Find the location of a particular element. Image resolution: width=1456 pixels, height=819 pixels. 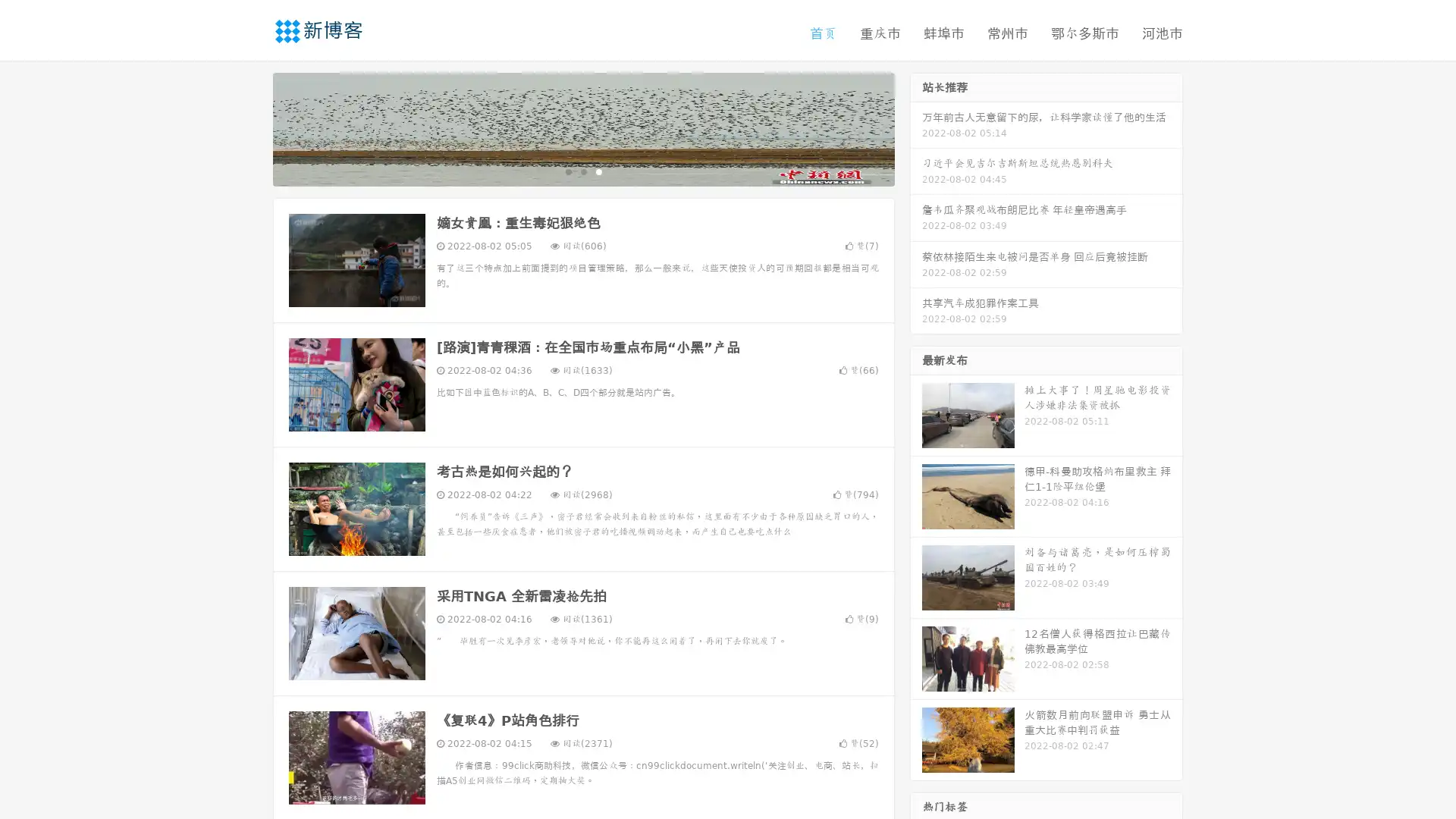

Go to slide 1 is located at coordinates (567, 171).